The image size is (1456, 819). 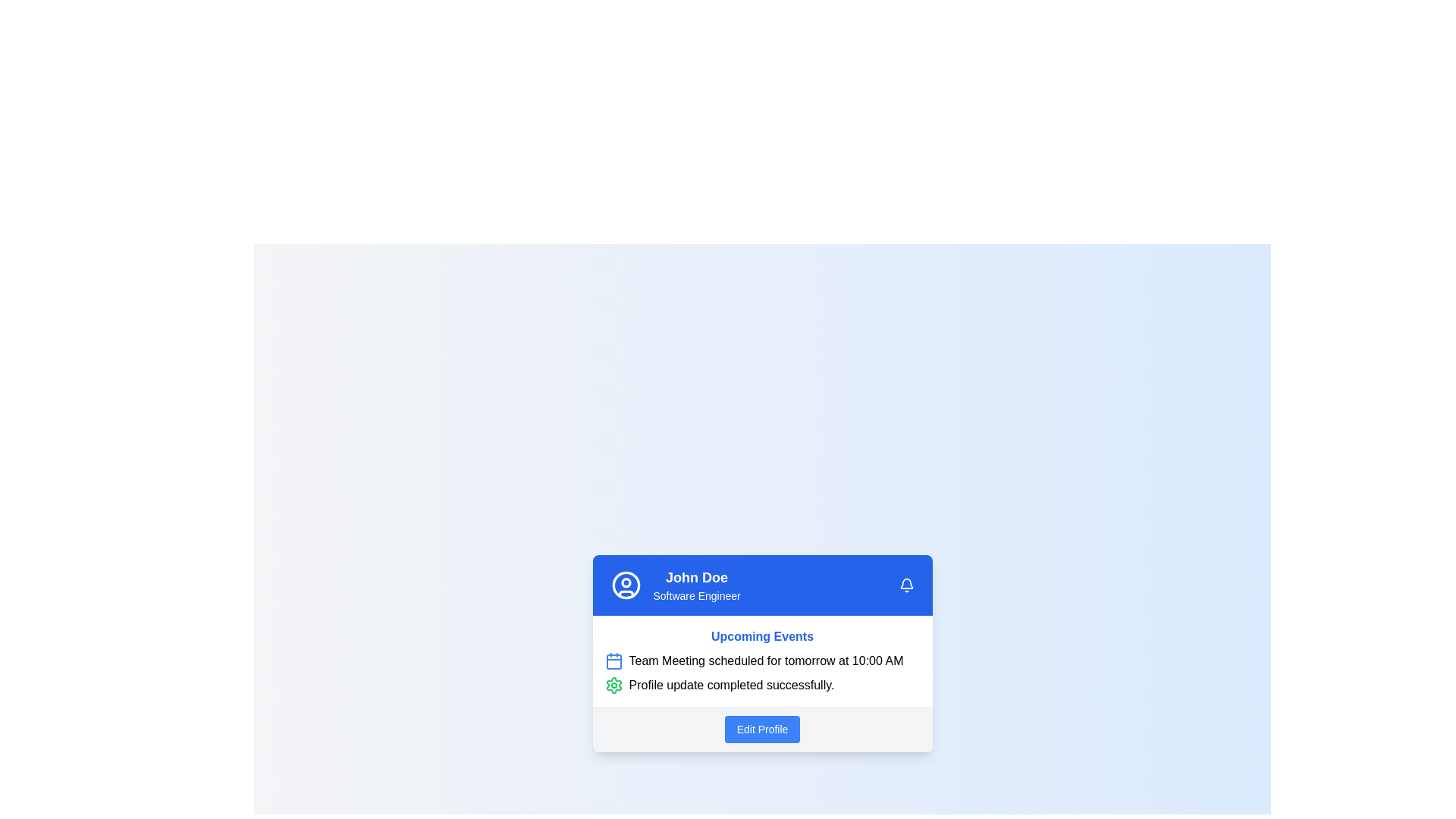 What do you see at coordinates (696, 584) in the screenshot?
I see `information displayed in the Text Display Block that contains 'John Doe' and 'Software Engineer', which is centered with a blue background` at bounding box center [696, 584].